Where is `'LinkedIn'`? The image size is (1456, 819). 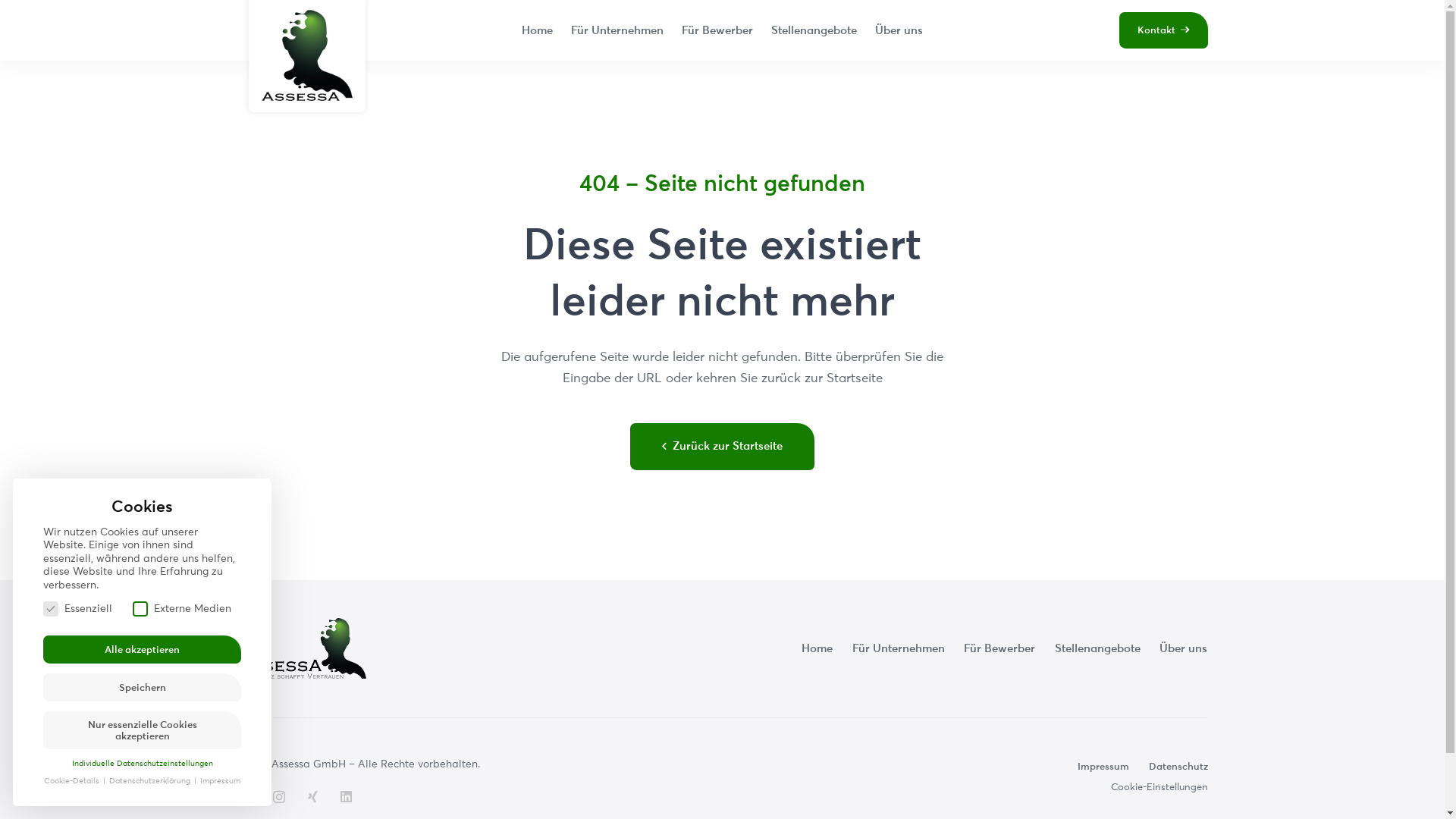 'LinkedIn' is located at coordinates (344, 795).